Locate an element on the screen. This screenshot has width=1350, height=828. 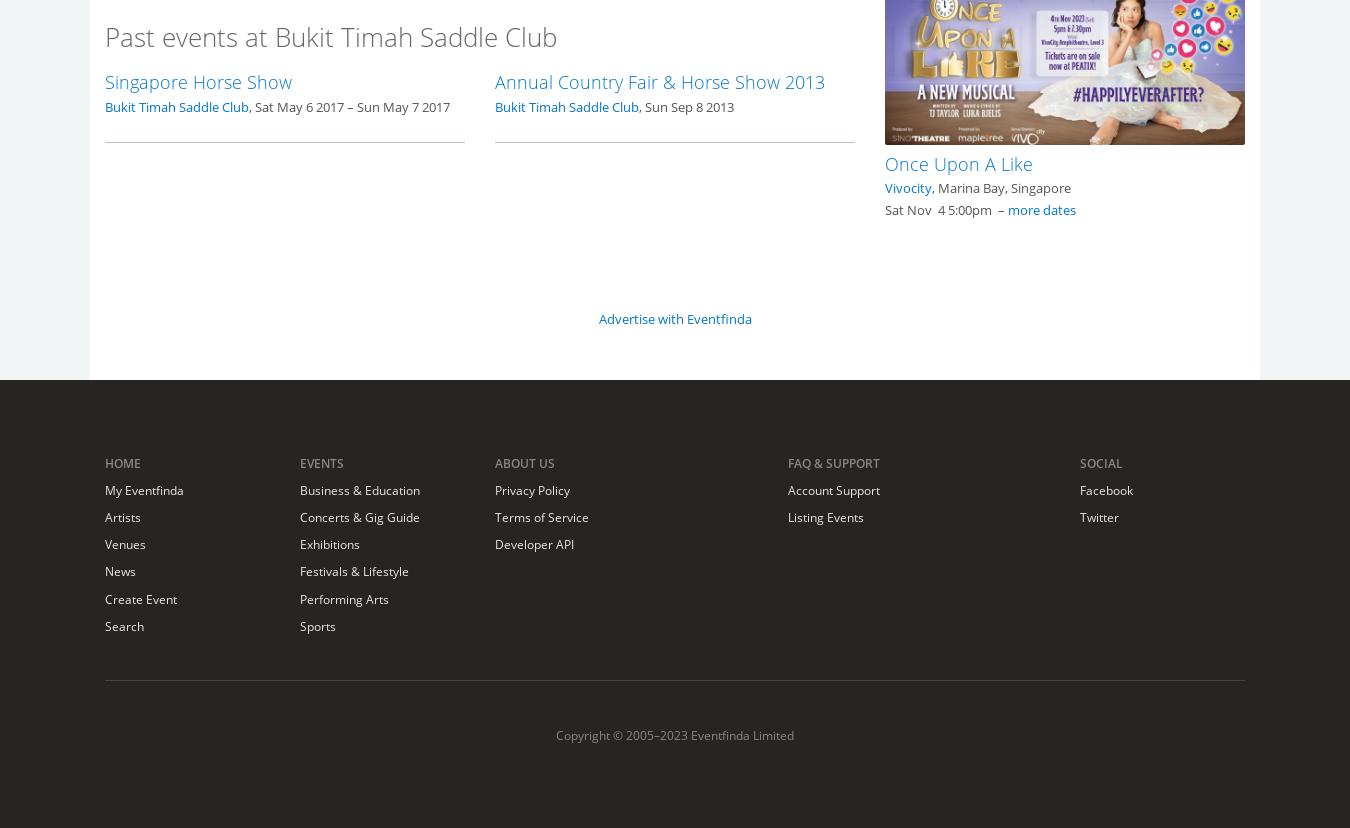
'Exhibitions' is located at coordinates (328, 543).